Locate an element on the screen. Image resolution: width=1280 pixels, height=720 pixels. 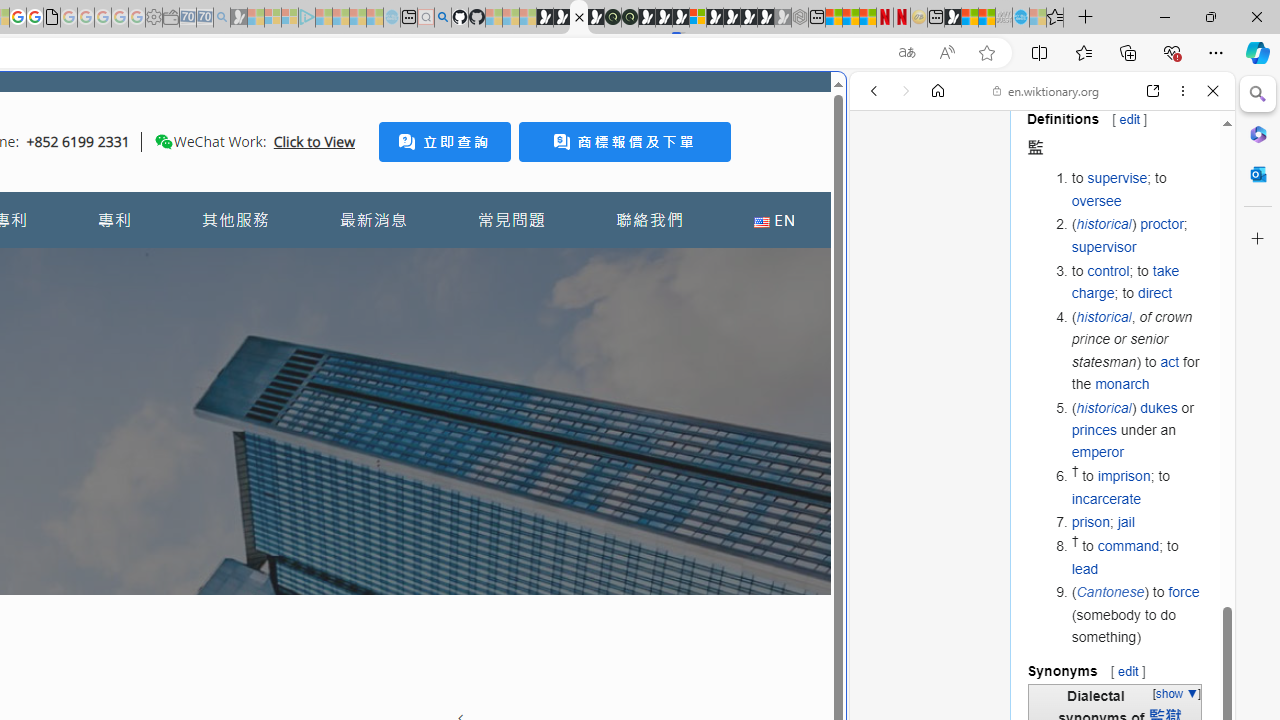
'prison; jail' is located at coordinates (1137, 521).